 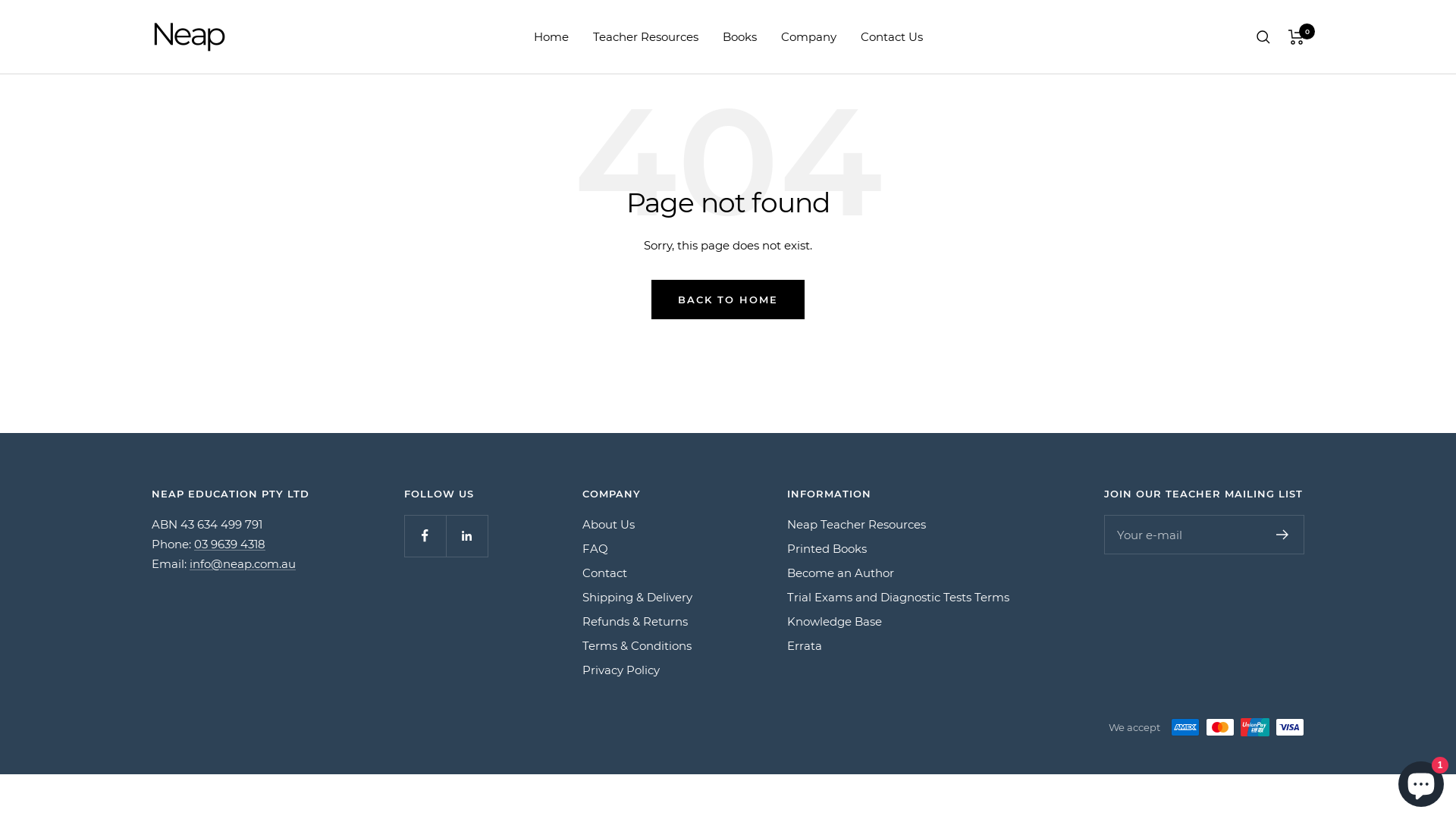 I want to click on 'Register', so click(x=1282, y=534).